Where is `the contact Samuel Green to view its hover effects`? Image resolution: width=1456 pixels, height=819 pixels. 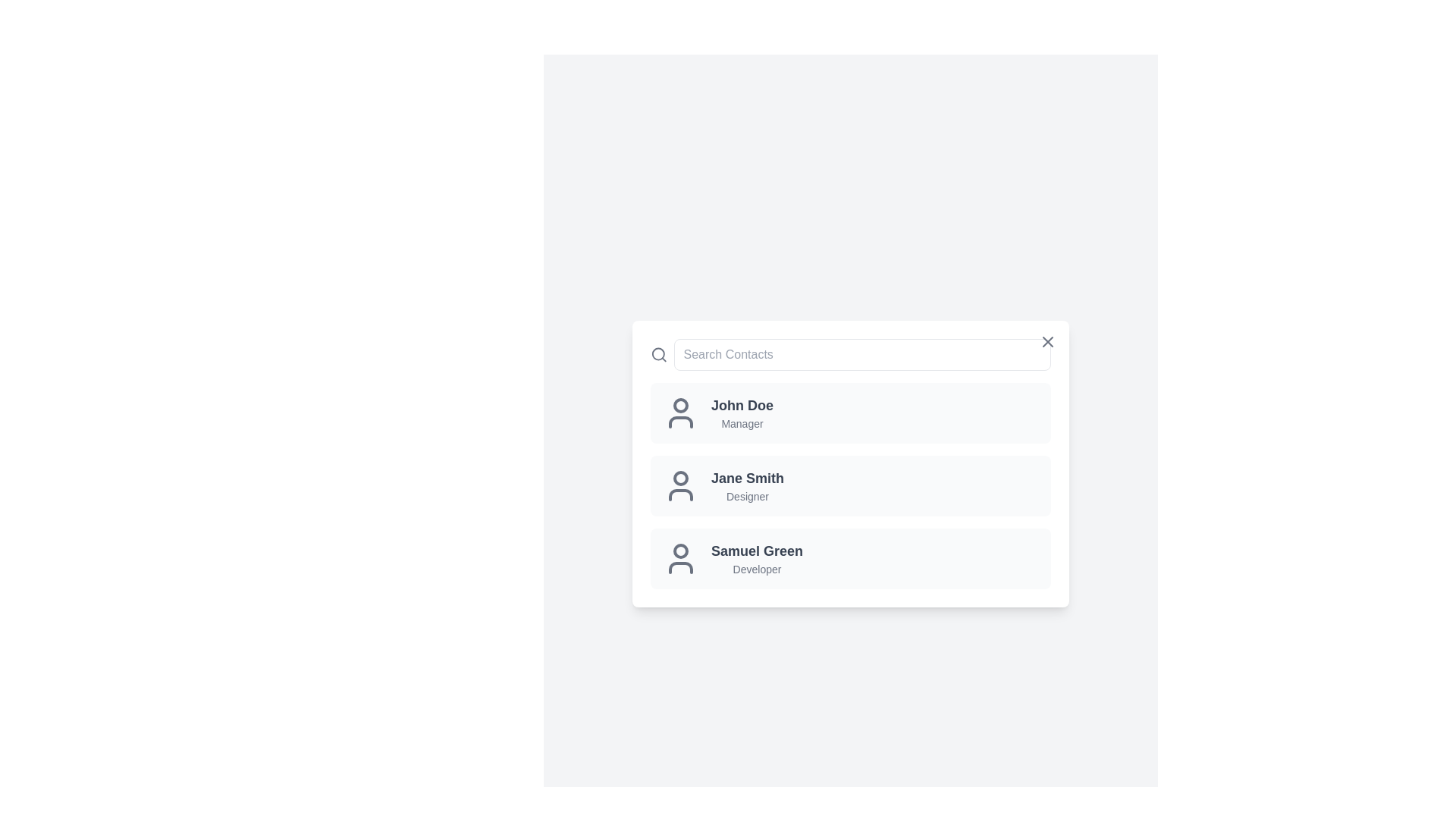
the contact Samuel Green to view its hover effects is located at coordinates (851, 558).